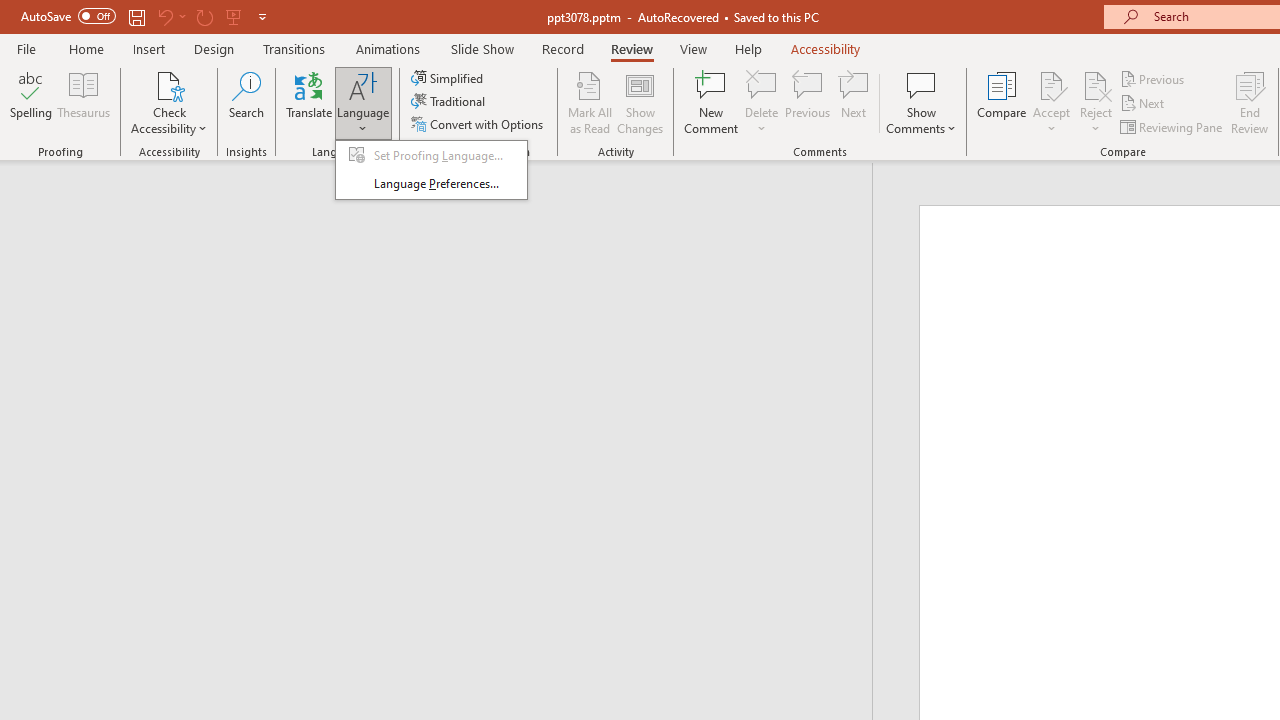 This screenshot has width=1280, height=720. What do you see at coordinates (1153, 78) in the screenshot?
I see `'Previous'` at bounding box center [1153, 78].